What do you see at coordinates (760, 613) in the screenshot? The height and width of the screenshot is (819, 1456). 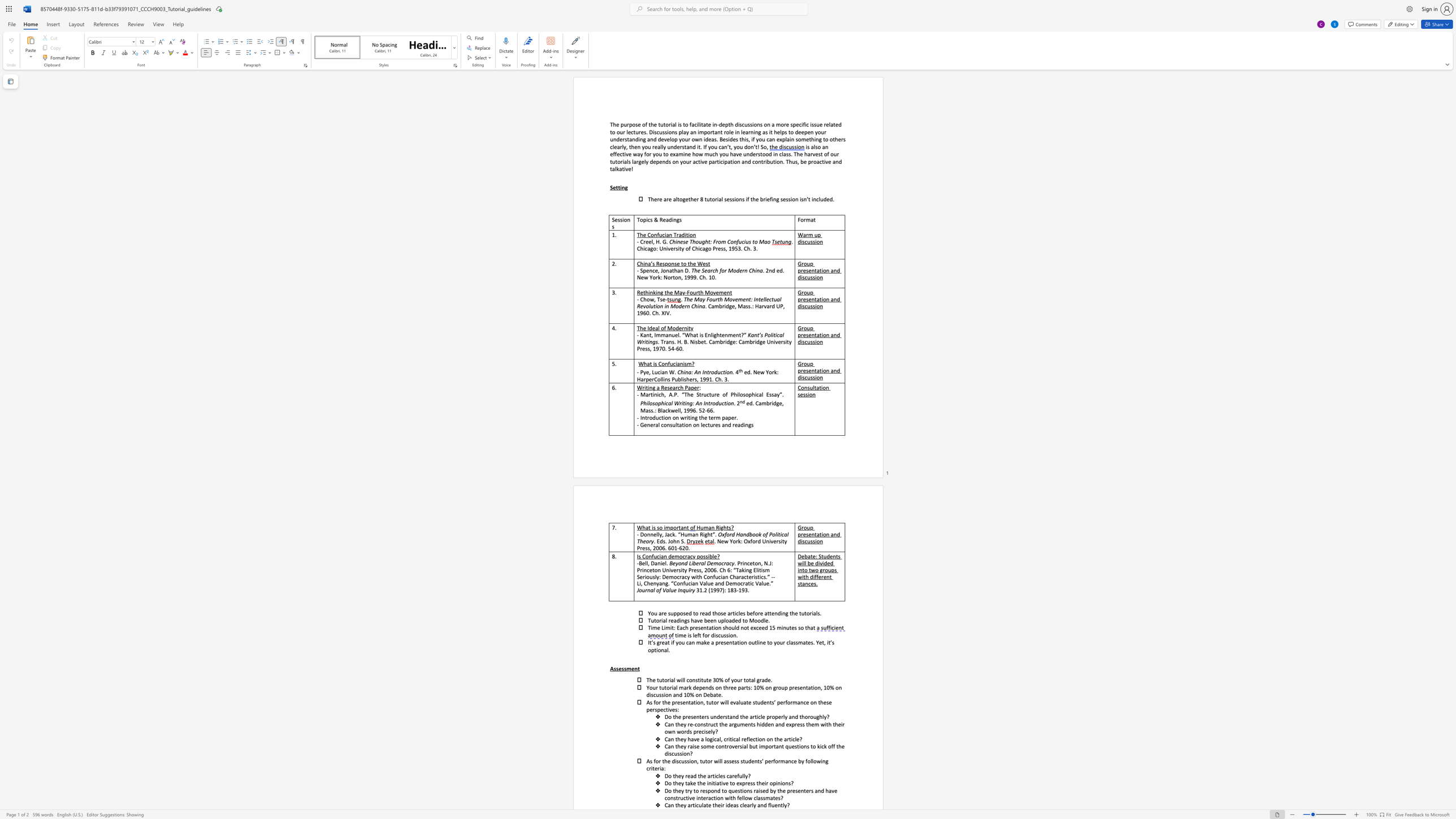 I see `the subset text "e attending the tutorials." within the text "You are supposed to read those articles before attending the tutorials."` at bounding box center [760, 613].